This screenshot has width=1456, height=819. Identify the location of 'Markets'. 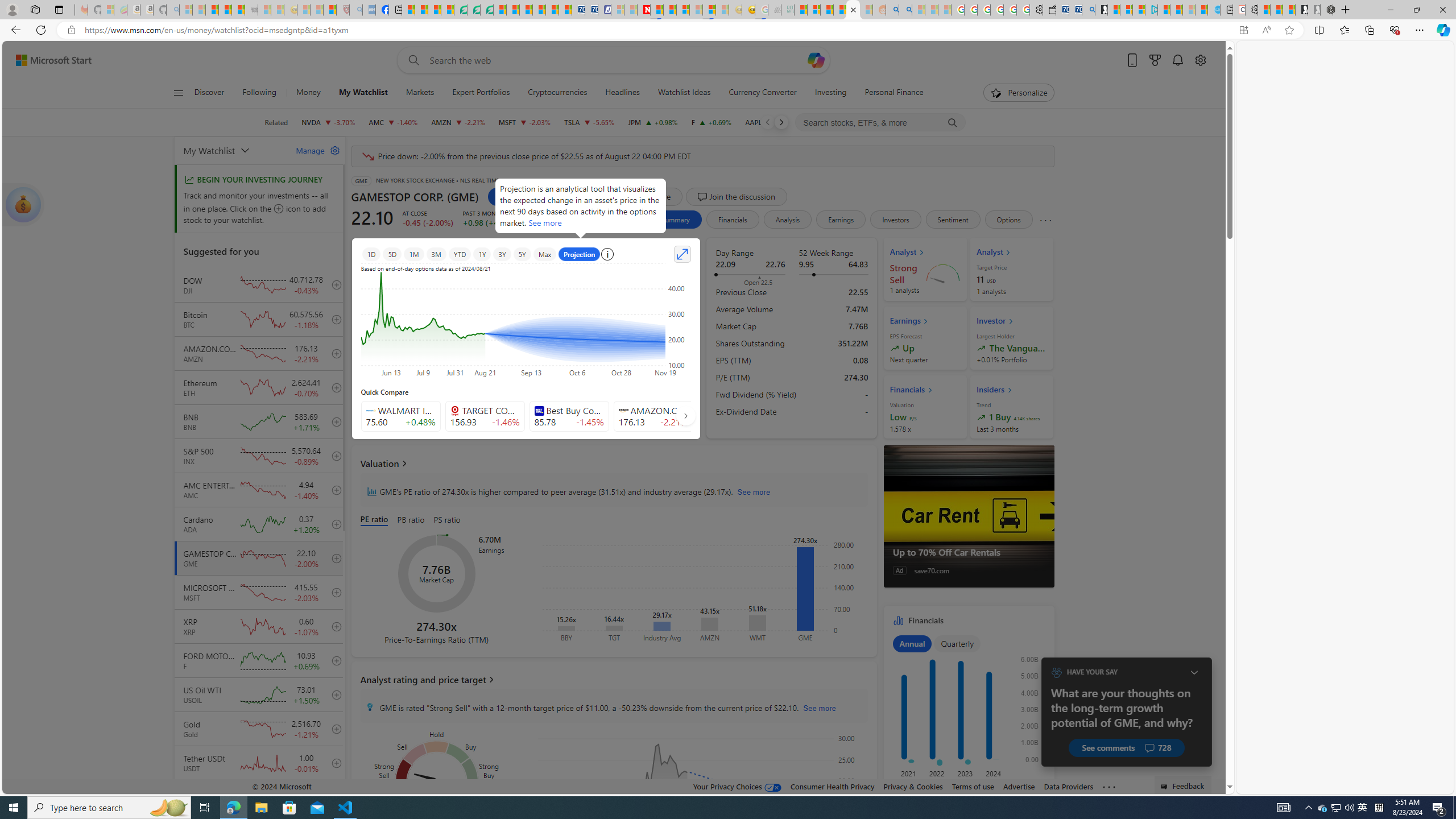
(419, 92).